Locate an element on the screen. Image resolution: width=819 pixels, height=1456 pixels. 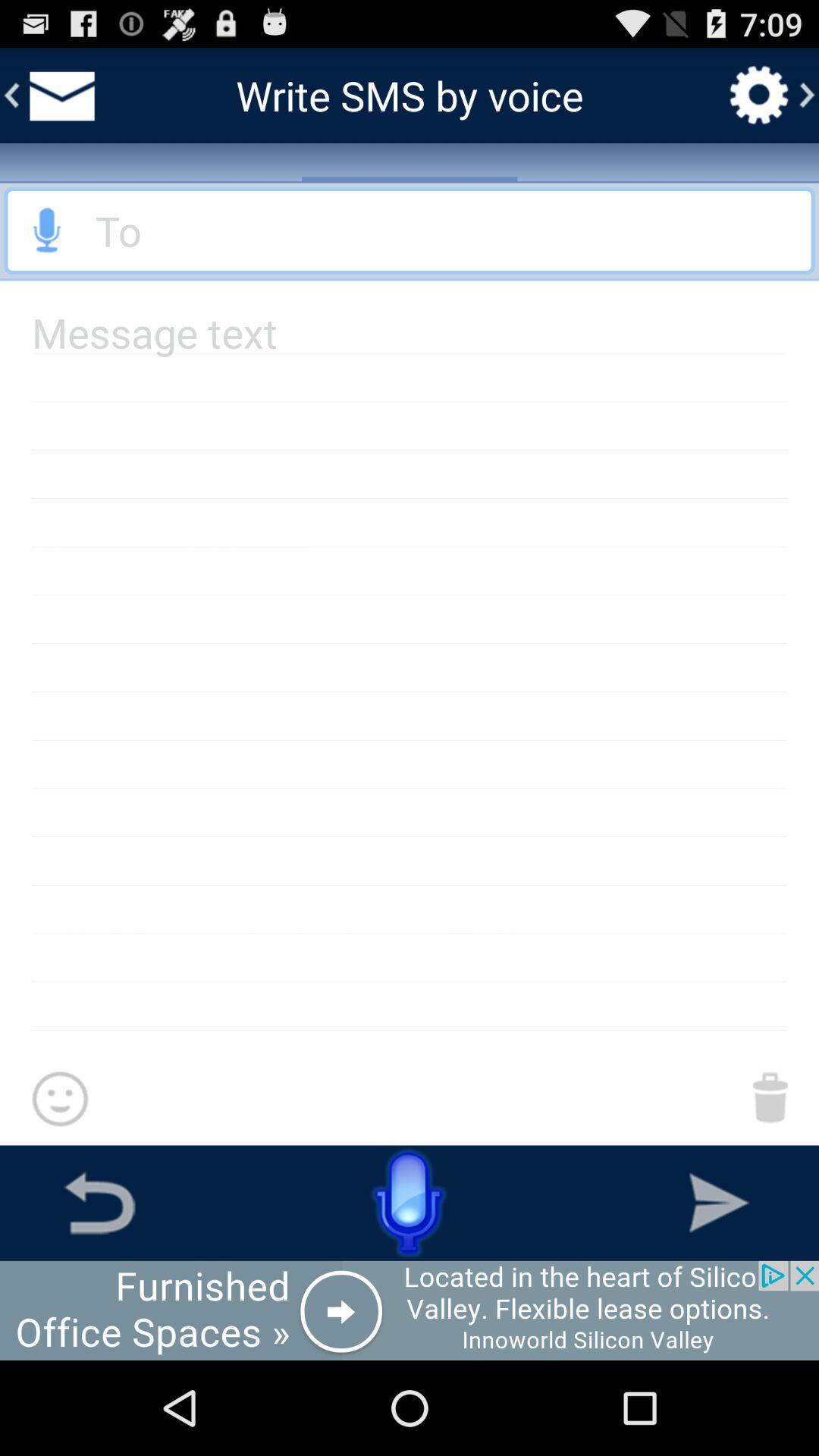
click the advertisement for furnished office space is located at coordinates (409, 1310).